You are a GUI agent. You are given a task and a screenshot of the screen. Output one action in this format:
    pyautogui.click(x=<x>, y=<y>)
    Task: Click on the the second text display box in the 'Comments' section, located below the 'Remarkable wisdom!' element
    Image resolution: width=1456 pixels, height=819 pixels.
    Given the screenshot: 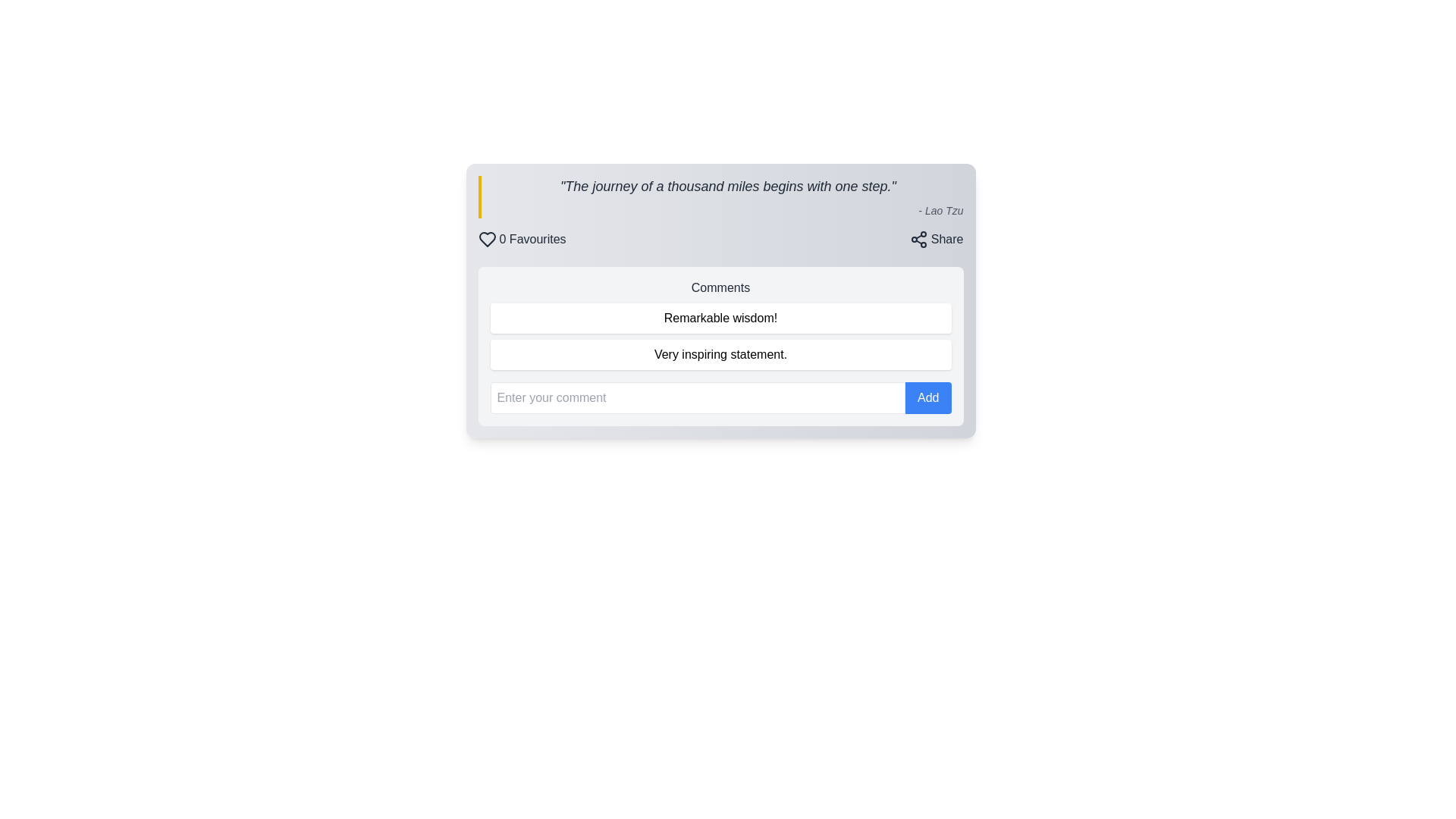 What is the action you would take?
    pyautogui.click(x=720, y=354)
    